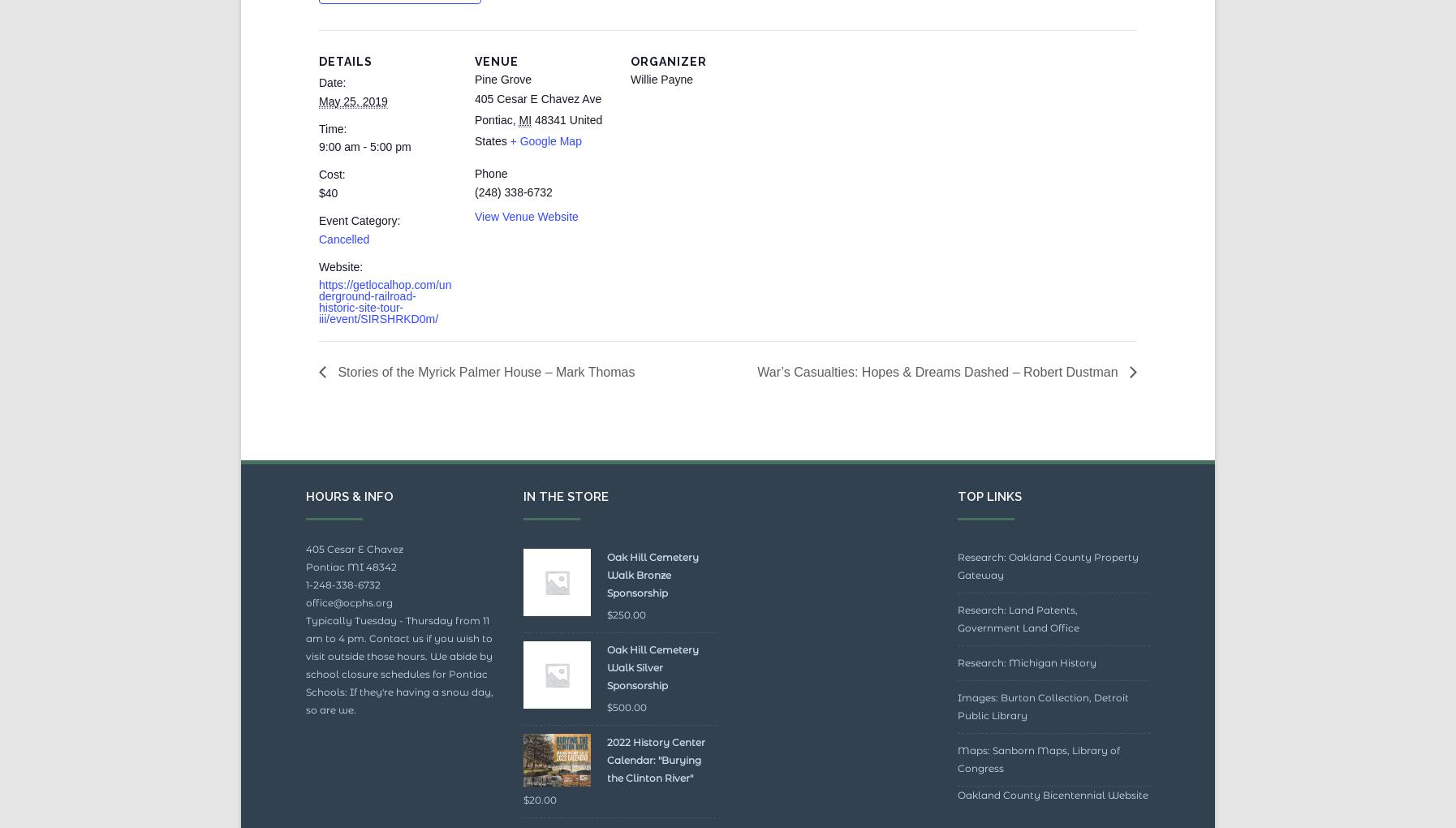 This screenshot has height=828, width=1456. I want to click on 'Organizer', so click(668, 97).